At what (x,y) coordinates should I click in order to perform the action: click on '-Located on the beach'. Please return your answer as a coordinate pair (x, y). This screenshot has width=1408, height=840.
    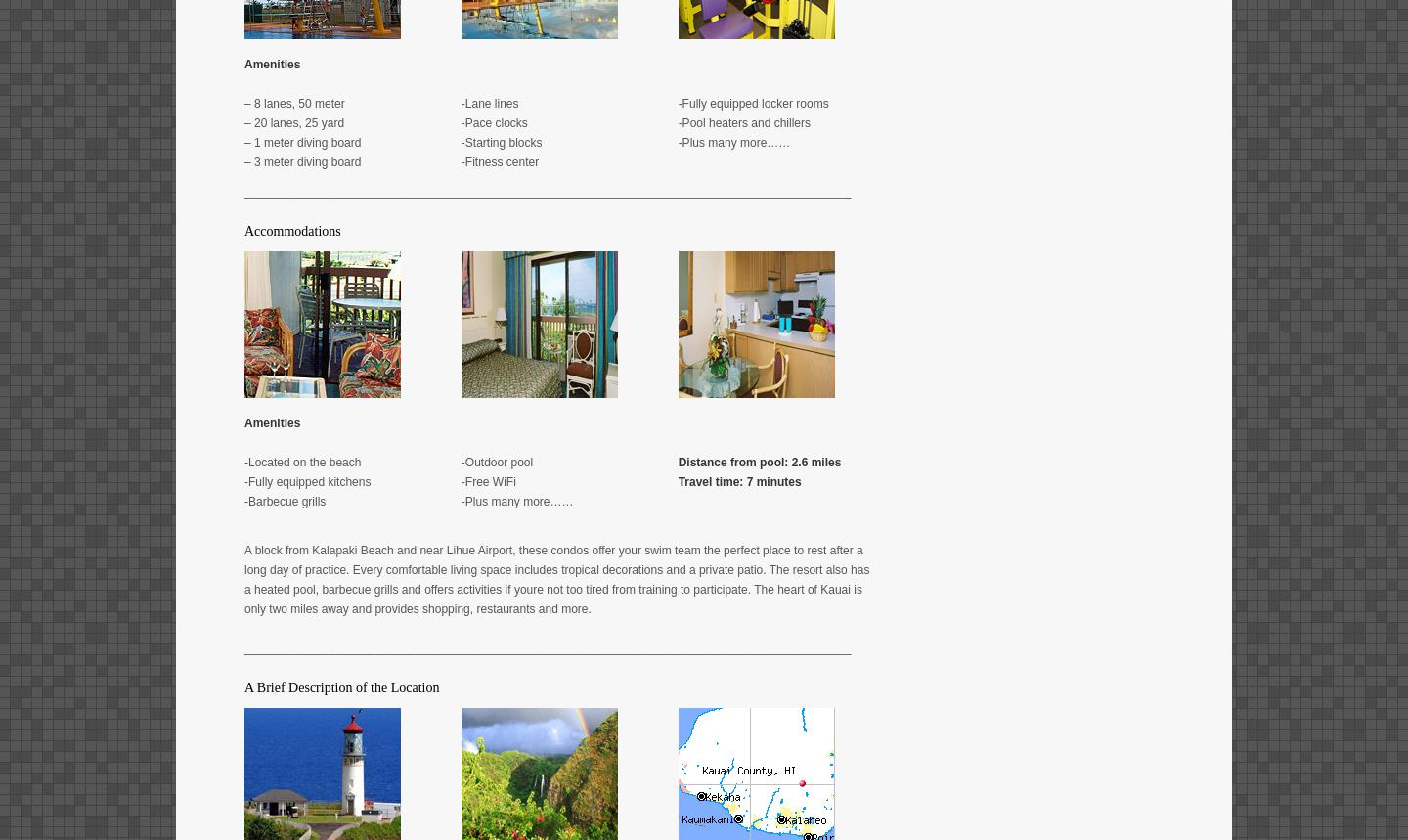
    Looking at the image, I should click on (242, 461).